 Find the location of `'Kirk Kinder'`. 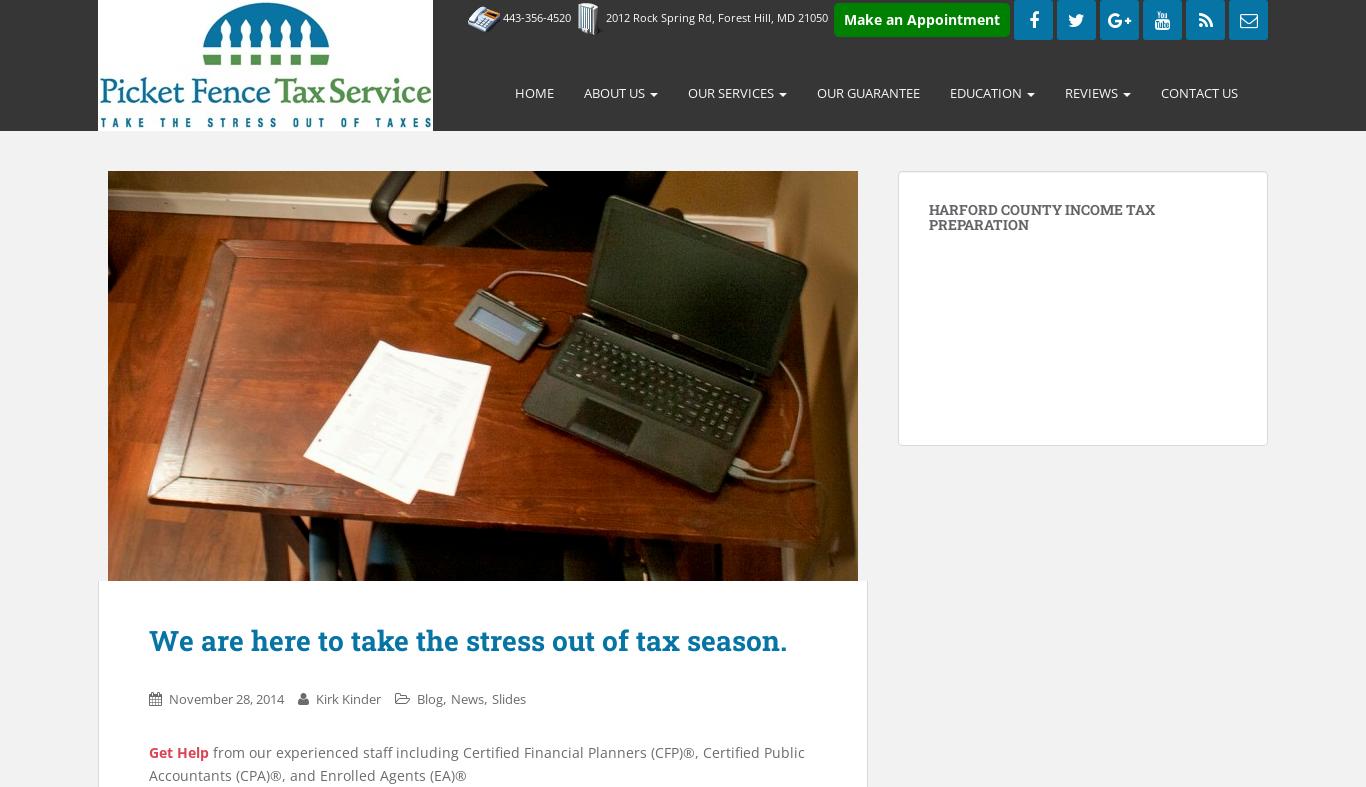

'Kirk Kinder' is located at coordinates (347, 697).